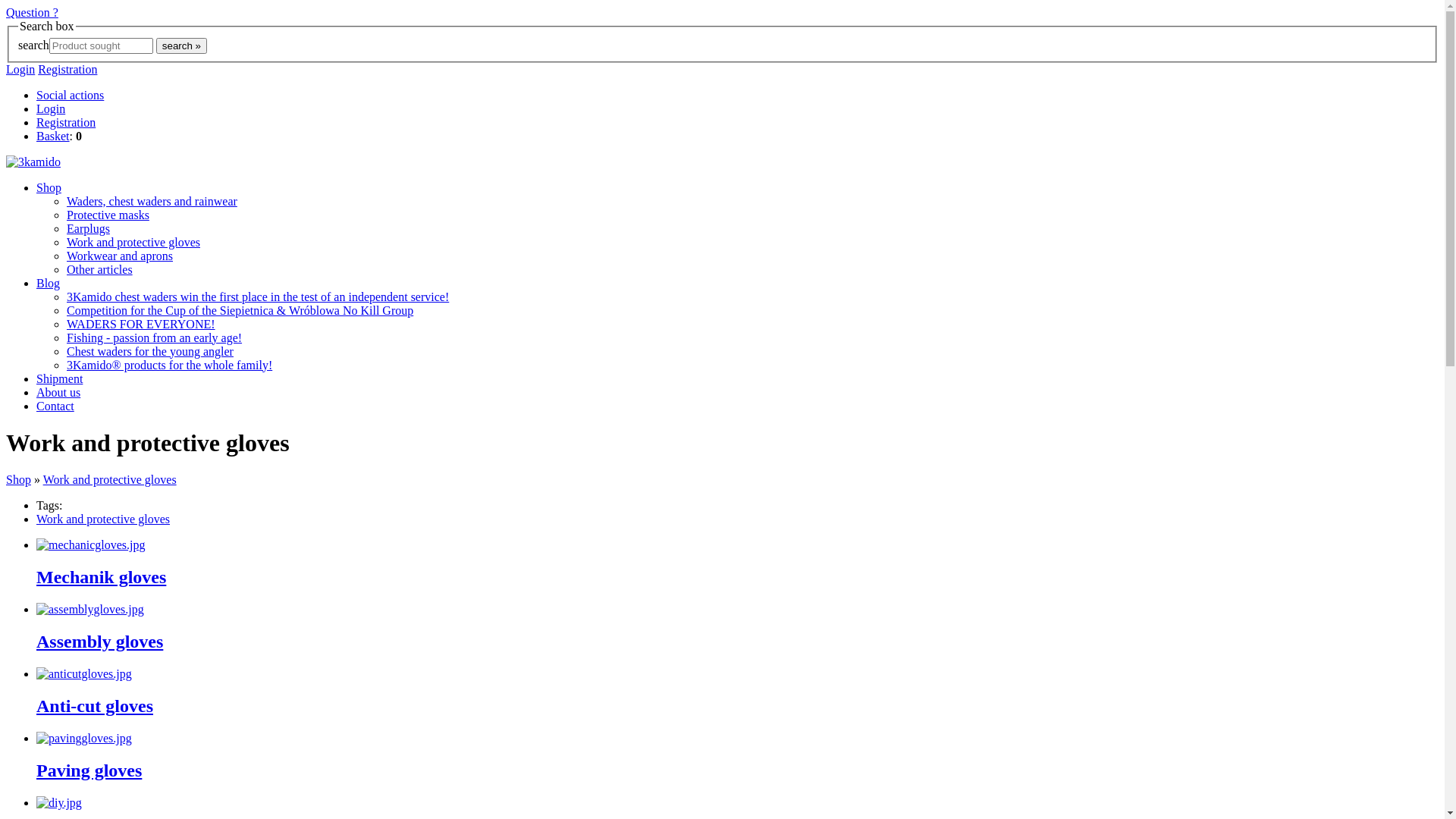 This screenshot has width=1456, height=819. Describe the element at coordinates (67, 69) in the screenshot. I see `'Registration'` at that location.